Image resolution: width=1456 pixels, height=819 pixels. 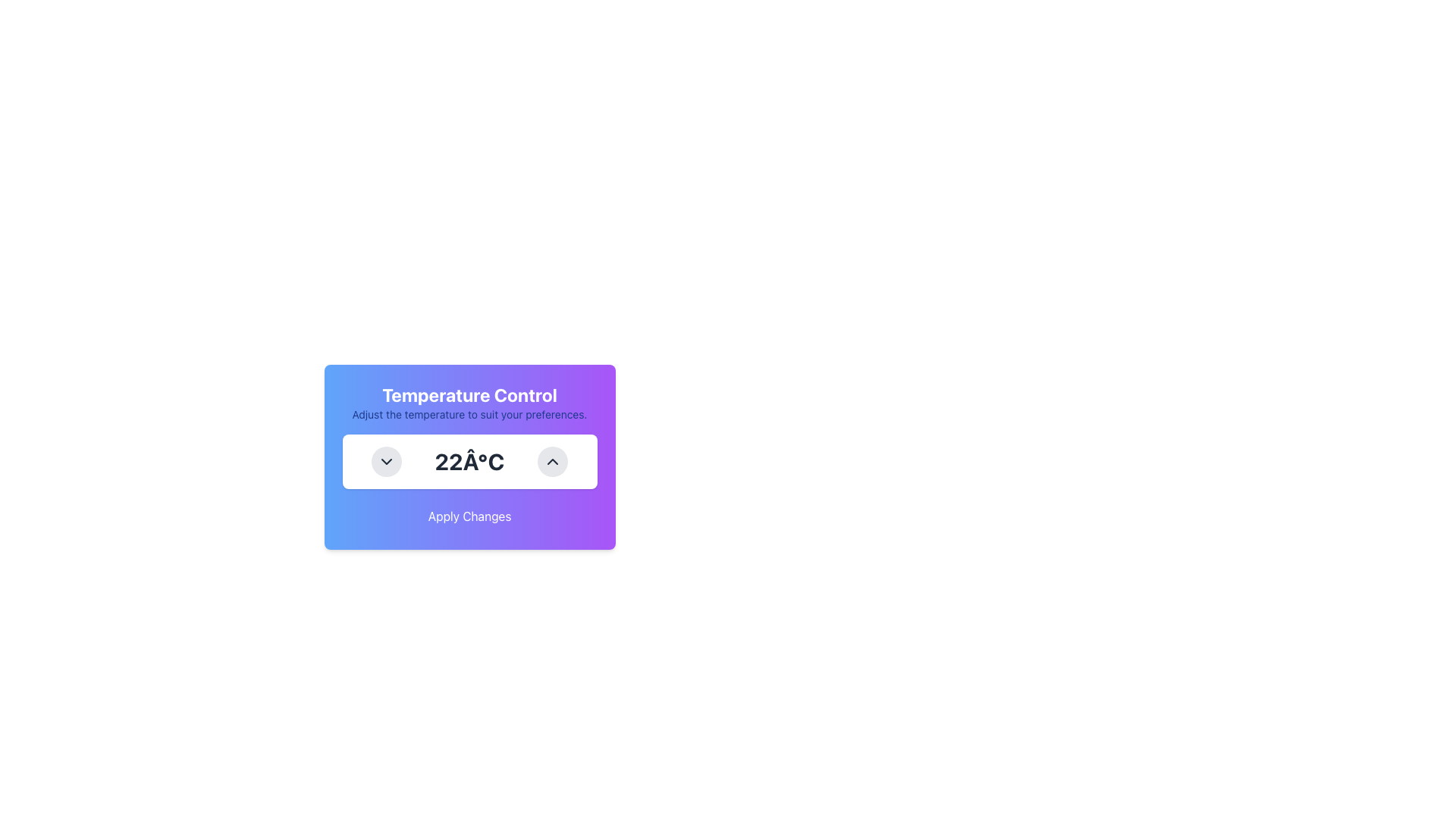 I want to click on the temperature decrease button located on the left side of the temperature control panel, so click(x=386, y=461).